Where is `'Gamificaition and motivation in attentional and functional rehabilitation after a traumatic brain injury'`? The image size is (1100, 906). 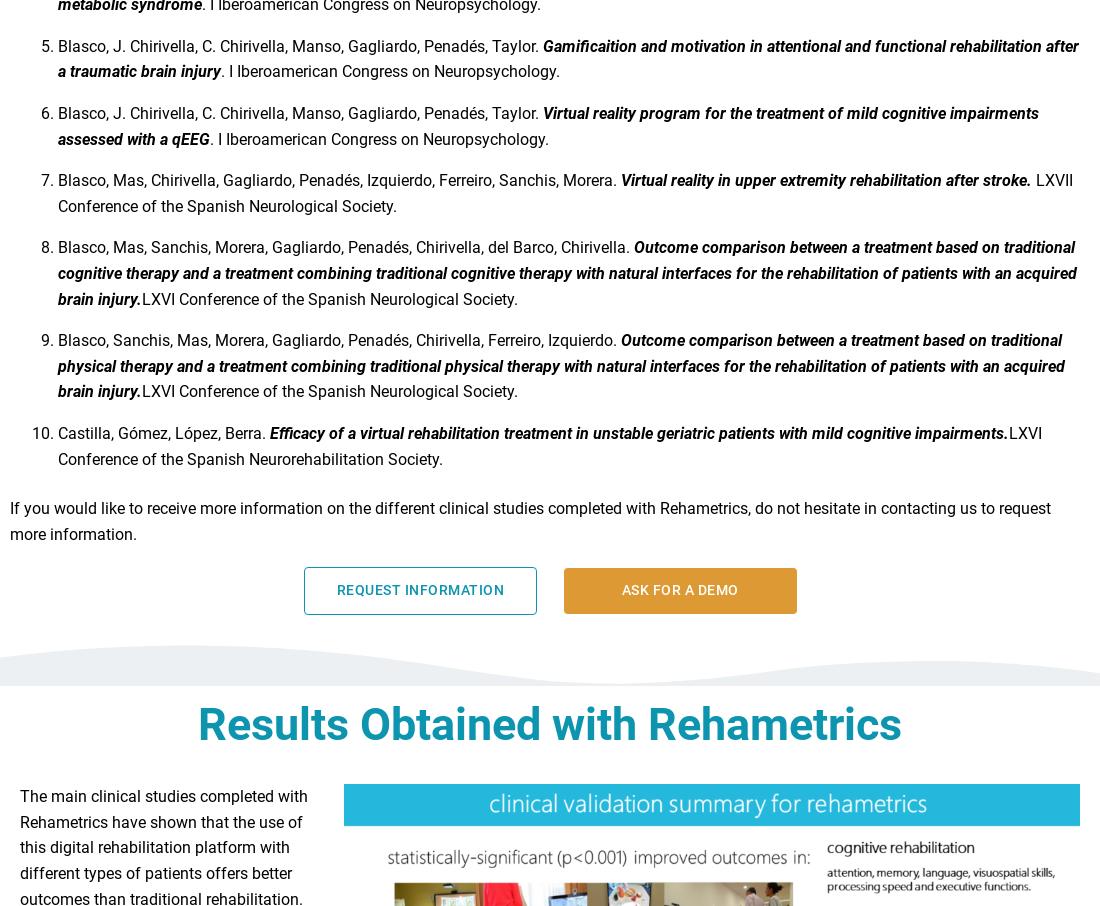 'Gamificaition and motivation in attentional and functional rehabilitation after a traumatic brain injury' is located at coordinates (567, 67).